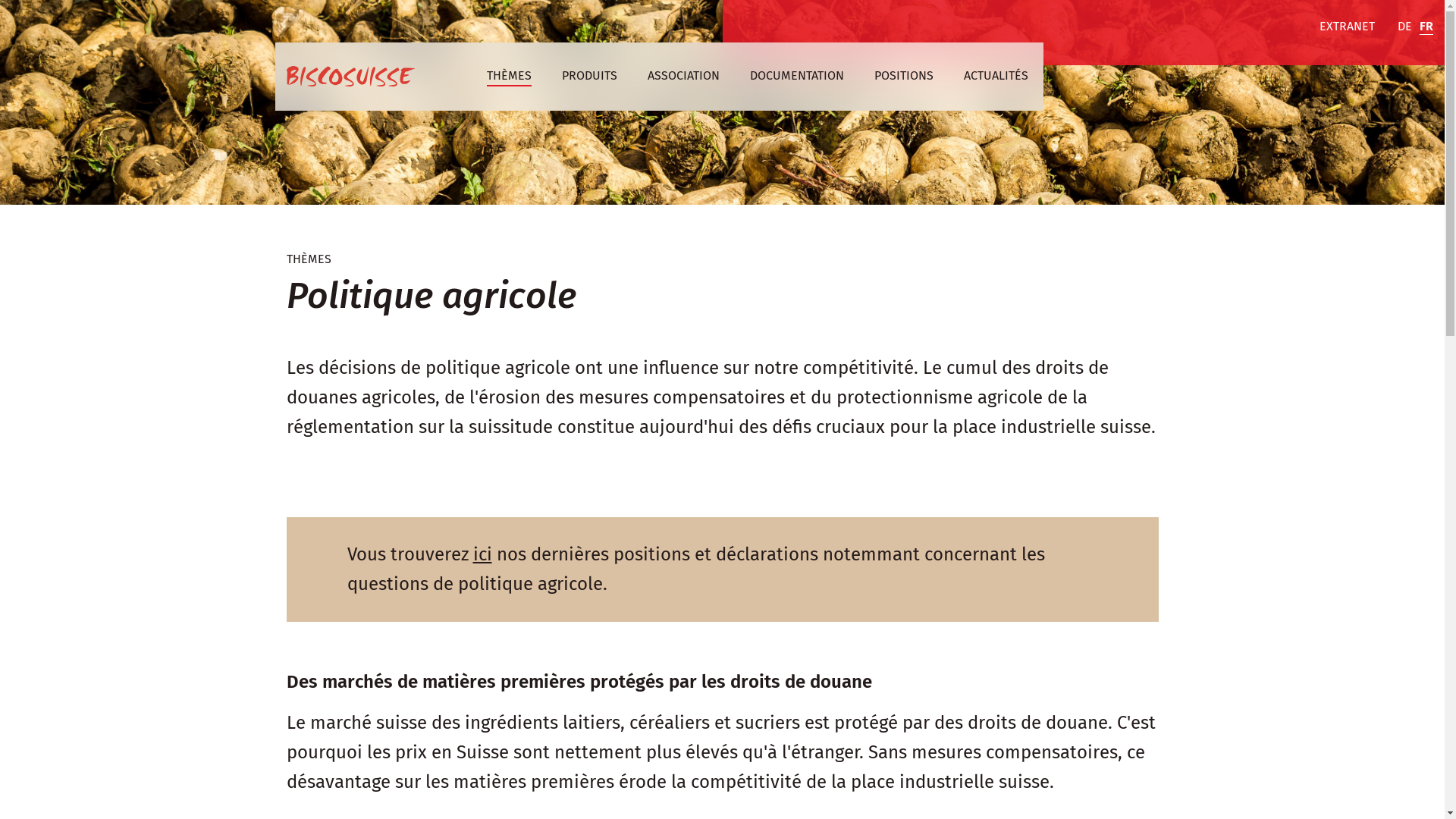 Image resolution: width=1456 pixels, height=819 pixels. Describe the element at coordinates (1347, 27) in the screenshot. I see `'EXTRANET'` at that location.